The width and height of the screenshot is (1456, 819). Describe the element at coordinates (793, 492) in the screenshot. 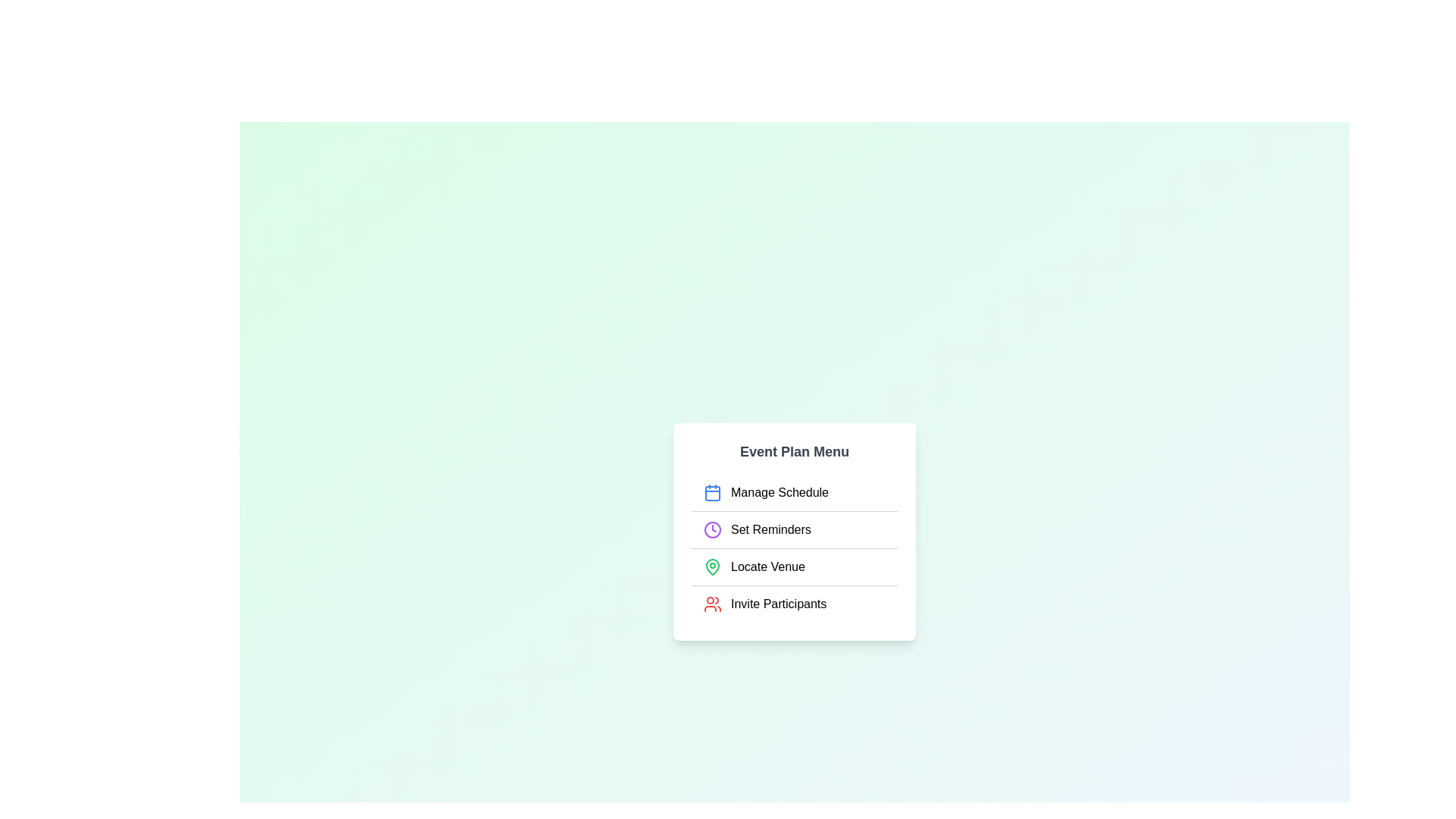

I see `the menu item Manage Schedule to perform its action` at that location.